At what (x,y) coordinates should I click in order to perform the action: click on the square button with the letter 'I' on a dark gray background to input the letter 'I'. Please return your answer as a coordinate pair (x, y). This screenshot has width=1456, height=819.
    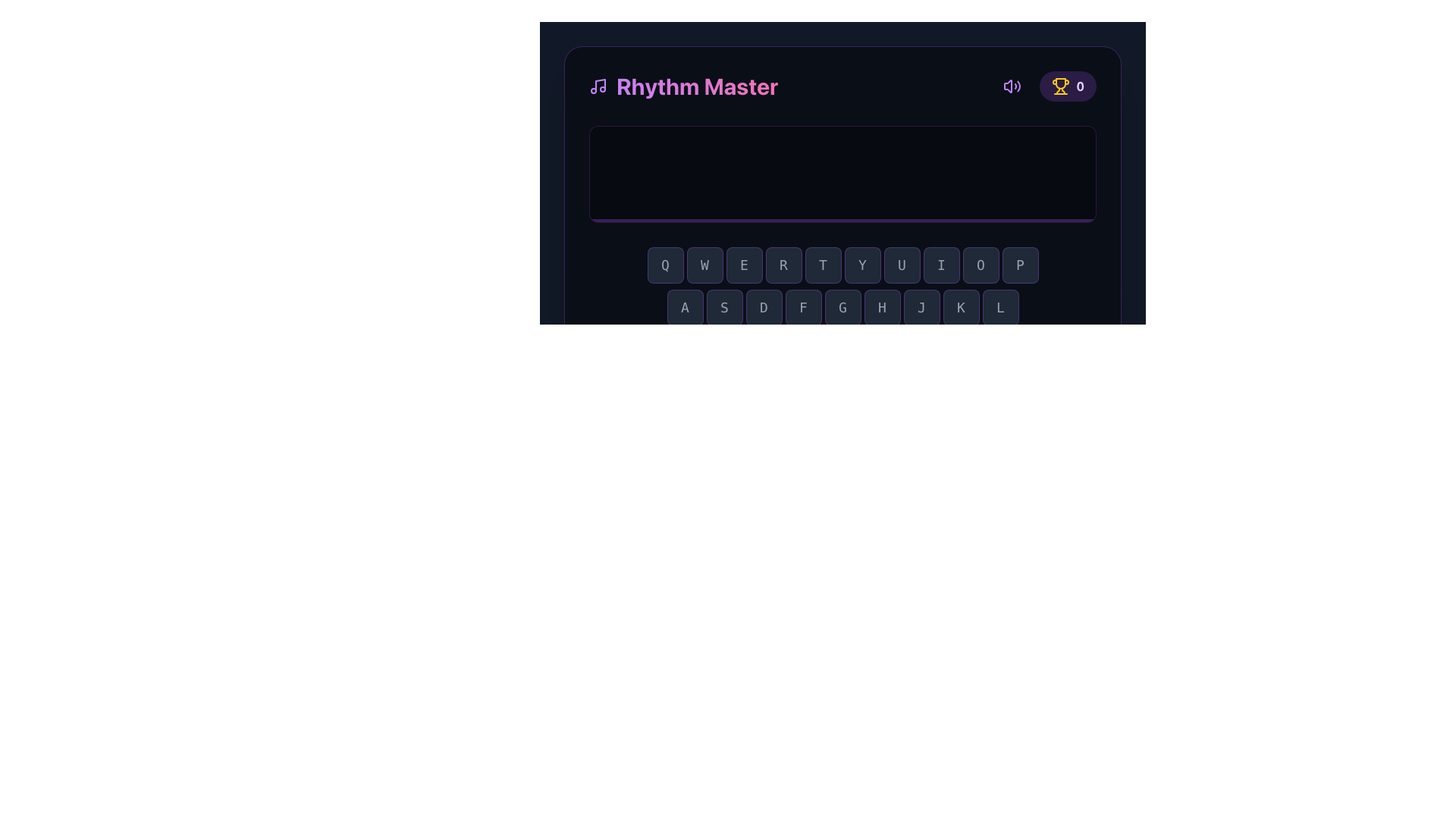
    Looking at the image, I should click on (940, 265).